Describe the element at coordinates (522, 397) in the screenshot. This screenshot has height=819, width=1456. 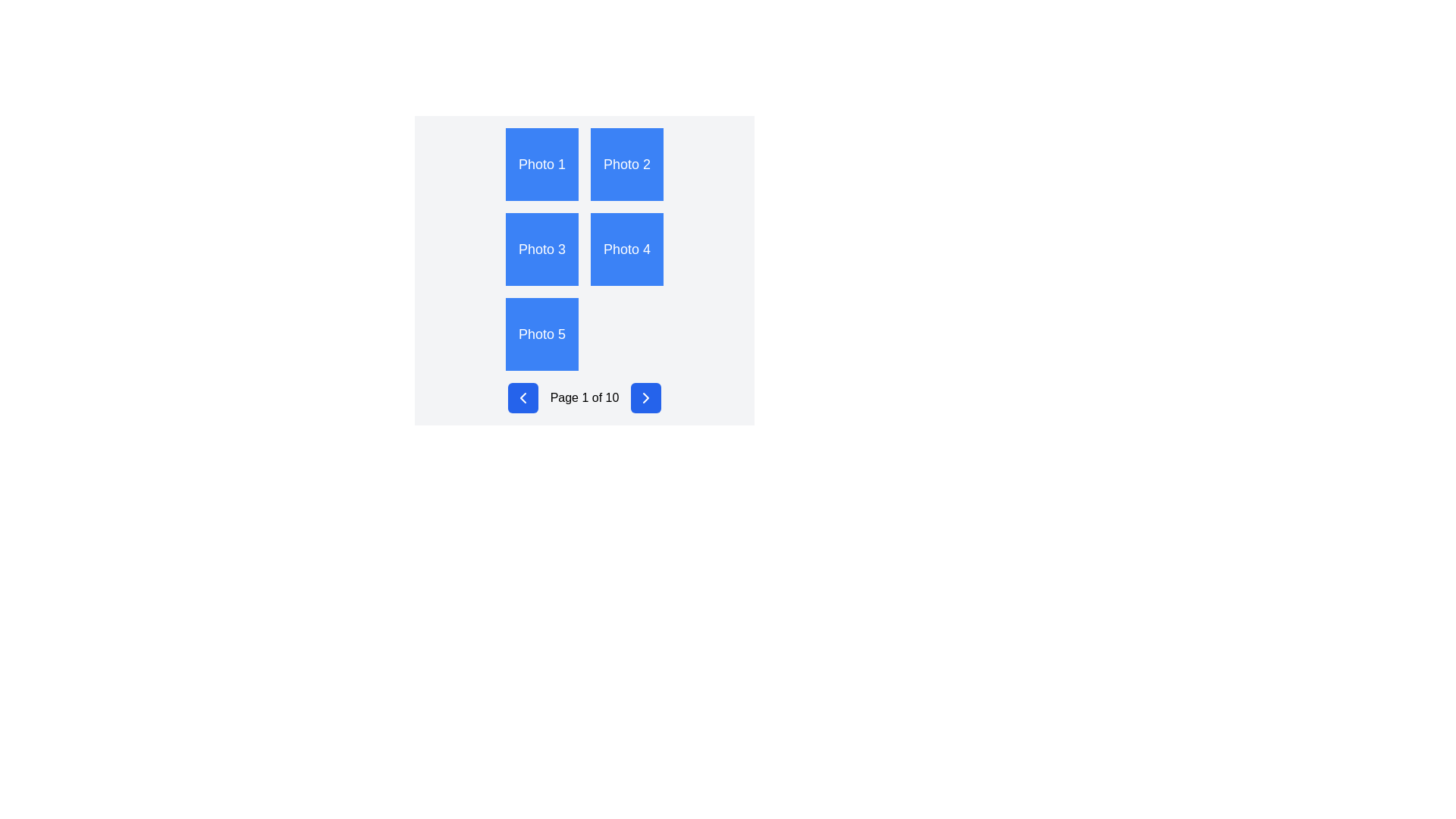
I see `the 'previous page' icon located at the bottom left of the viewport` at that location.